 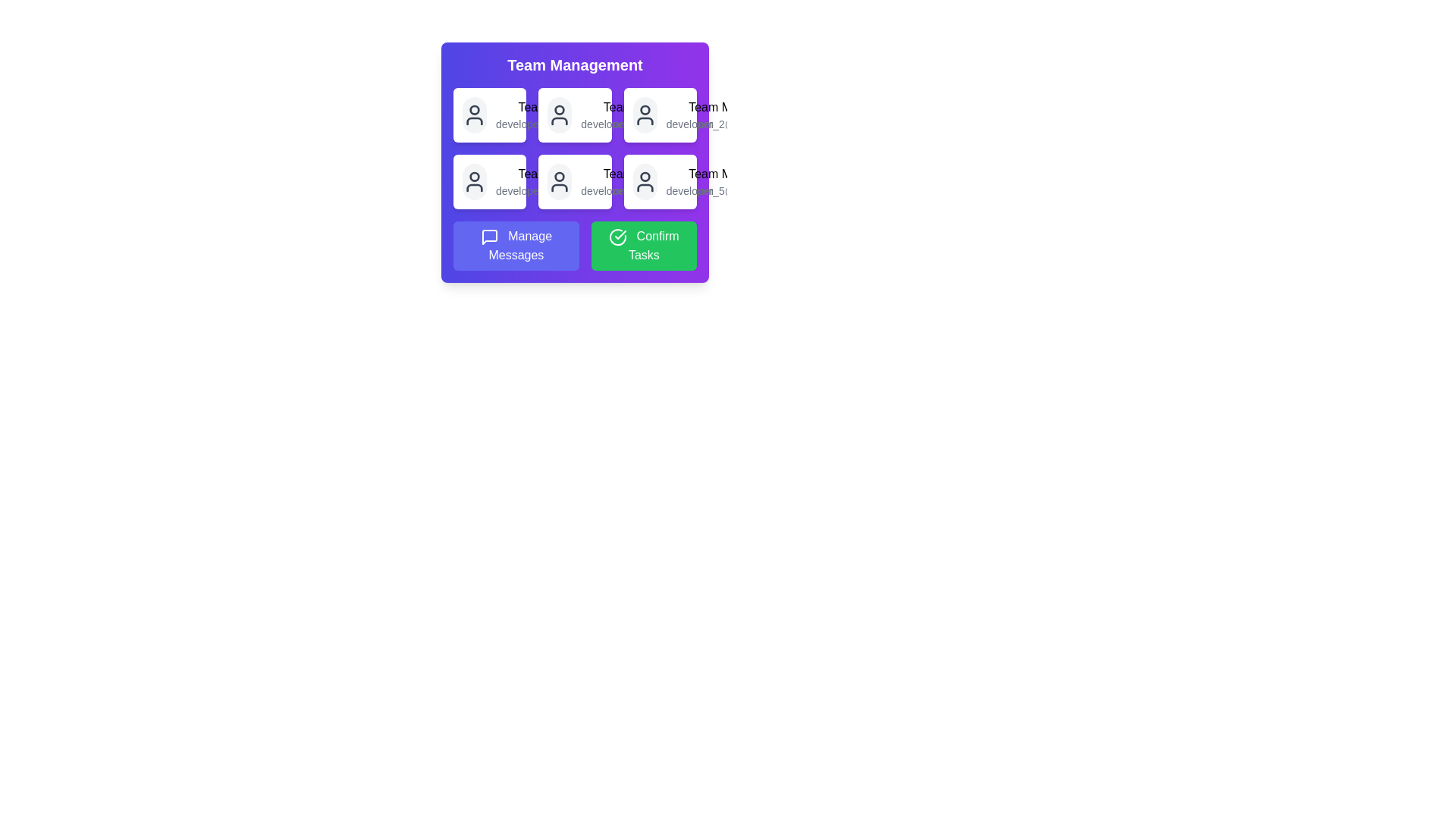 What do you see at coordinates (490, 180) in the screenshot?
I see `the Information card with a white background and rounded corners, which is the fourth card in the second row of a grid layout` at bounding box center [490, 180].